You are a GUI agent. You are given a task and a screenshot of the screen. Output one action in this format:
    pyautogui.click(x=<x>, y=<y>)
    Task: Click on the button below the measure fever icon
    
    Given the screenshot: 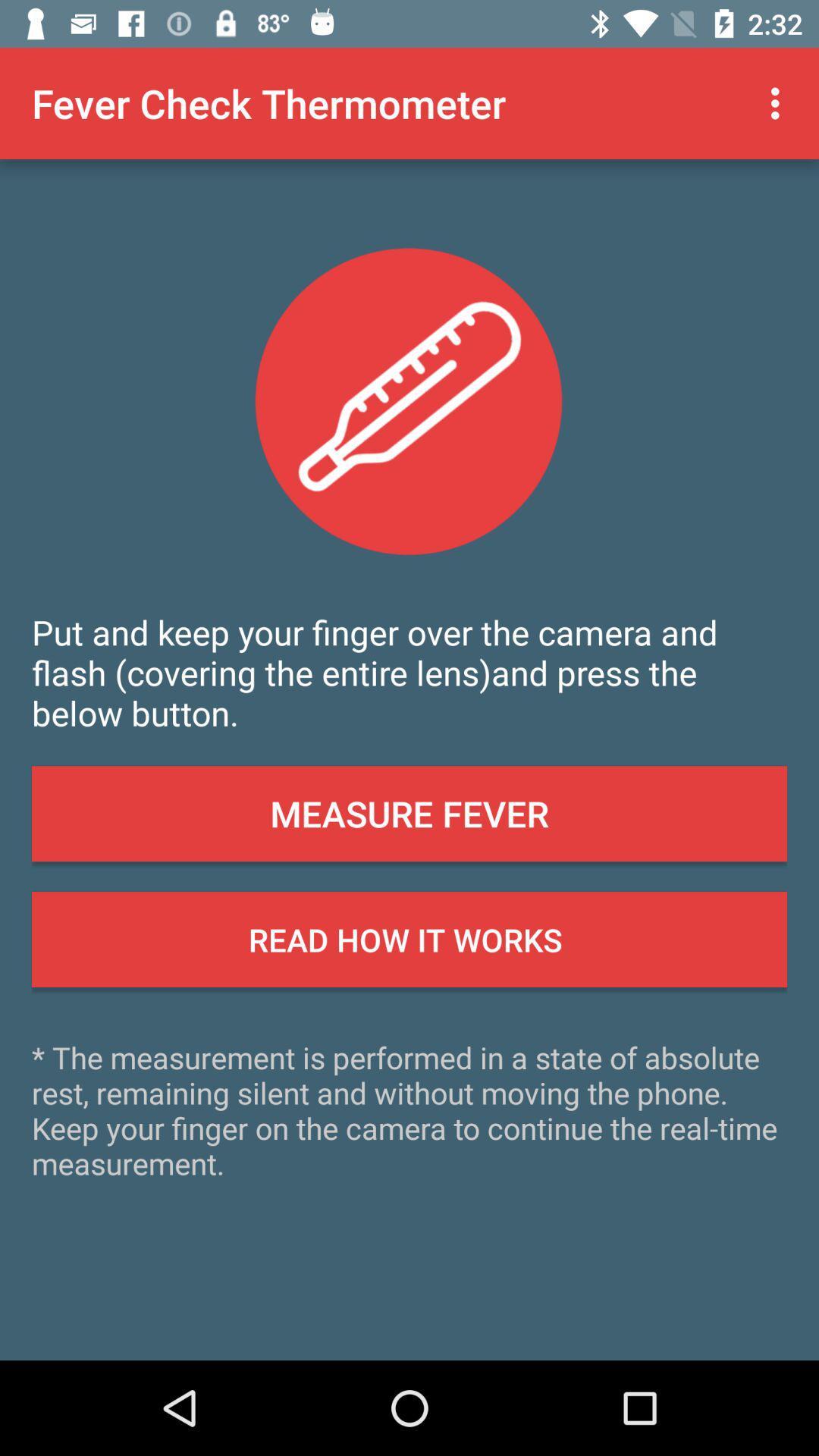 What is the action you would take?
    pyautogui.click(x=409, y=938)
    